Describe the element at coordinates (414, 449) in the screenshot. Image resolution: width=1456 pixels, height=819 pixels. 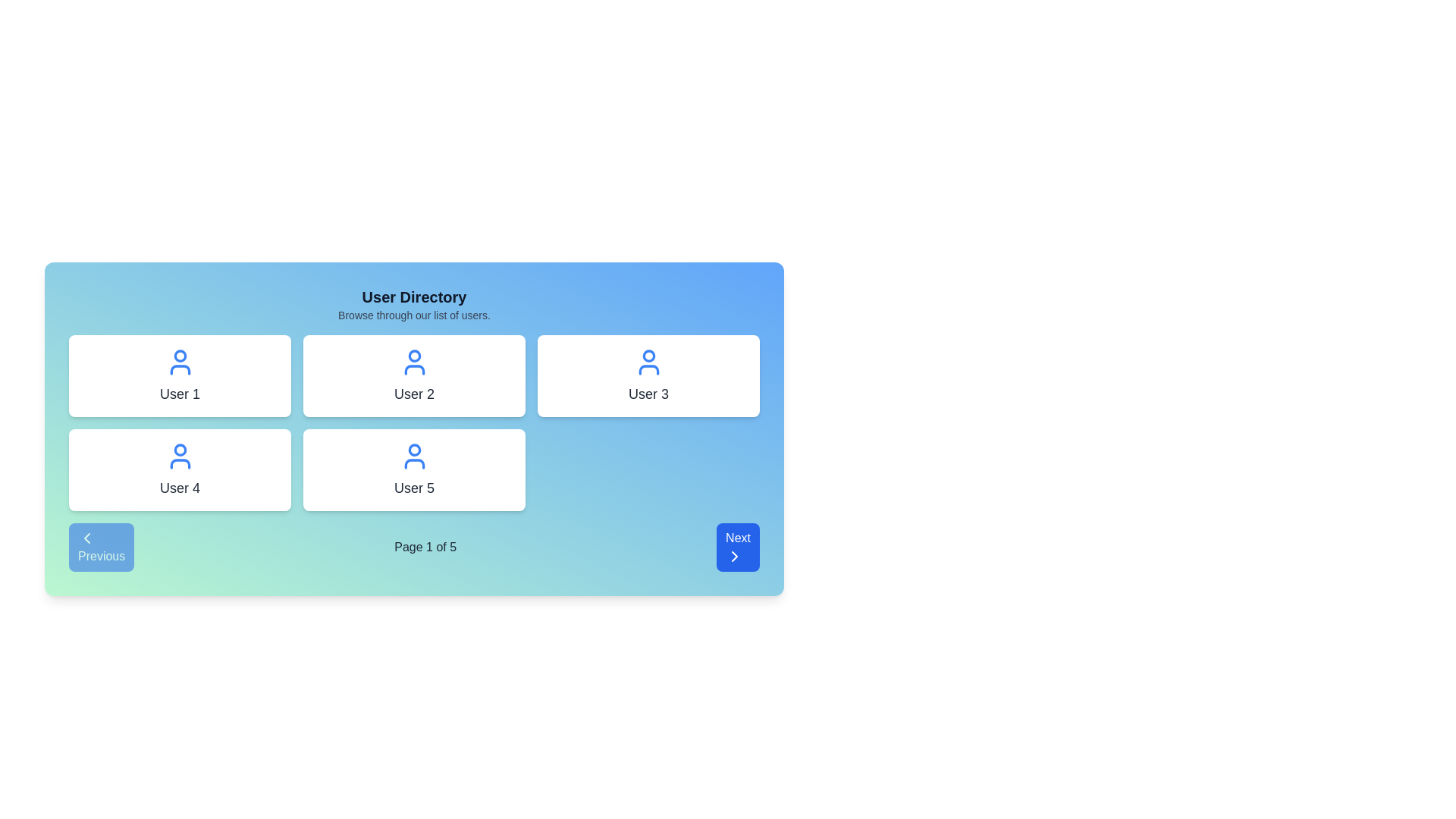
I see `the circular part of the user icon graphic representing 'User 5' in the user directory` at that location.